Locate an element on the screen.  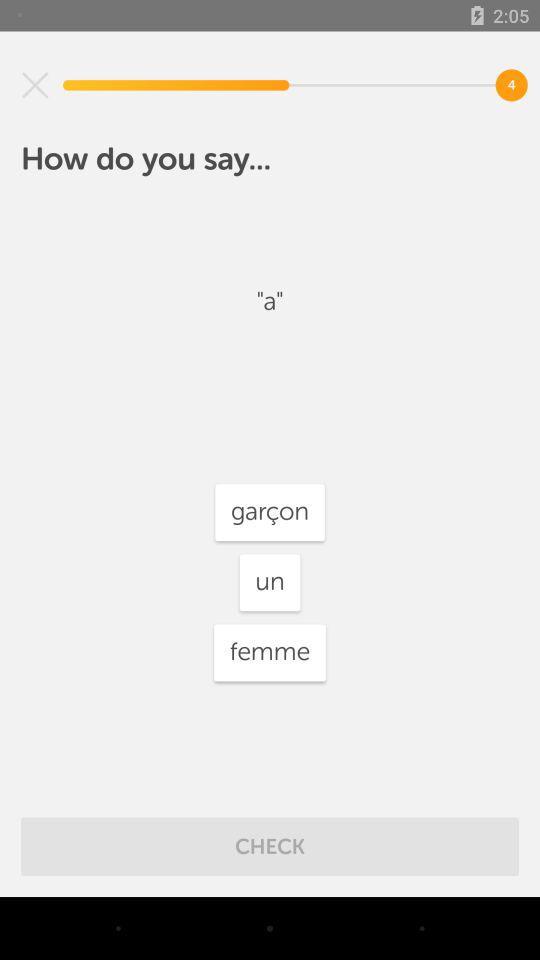
item at the top left corner is located at coordinates (35, 85).